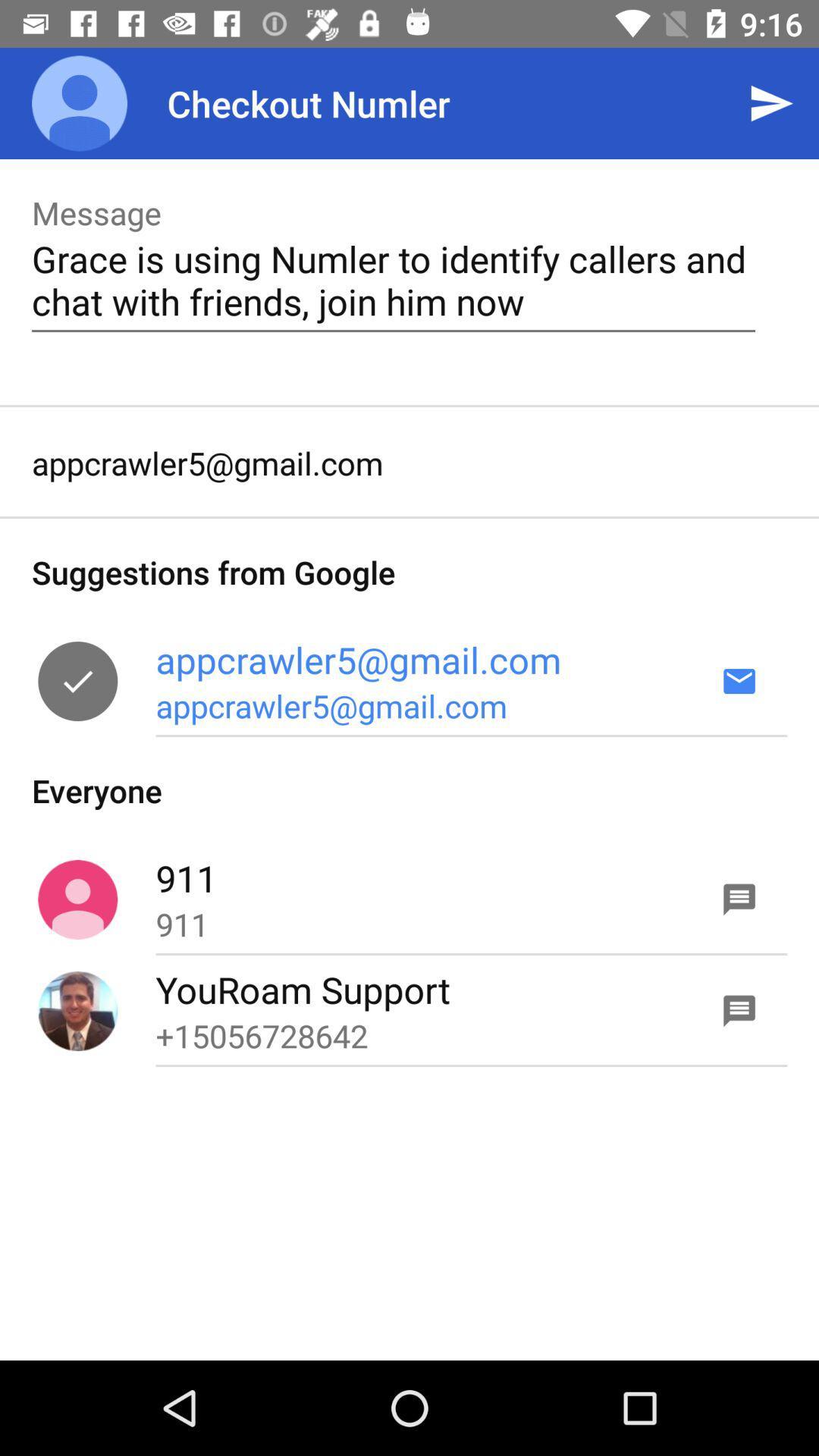  What do you see at coordinates (771, 102) in the screenshot?
I see `the item next to the checkout numler item` at bounding box center [771, 102].